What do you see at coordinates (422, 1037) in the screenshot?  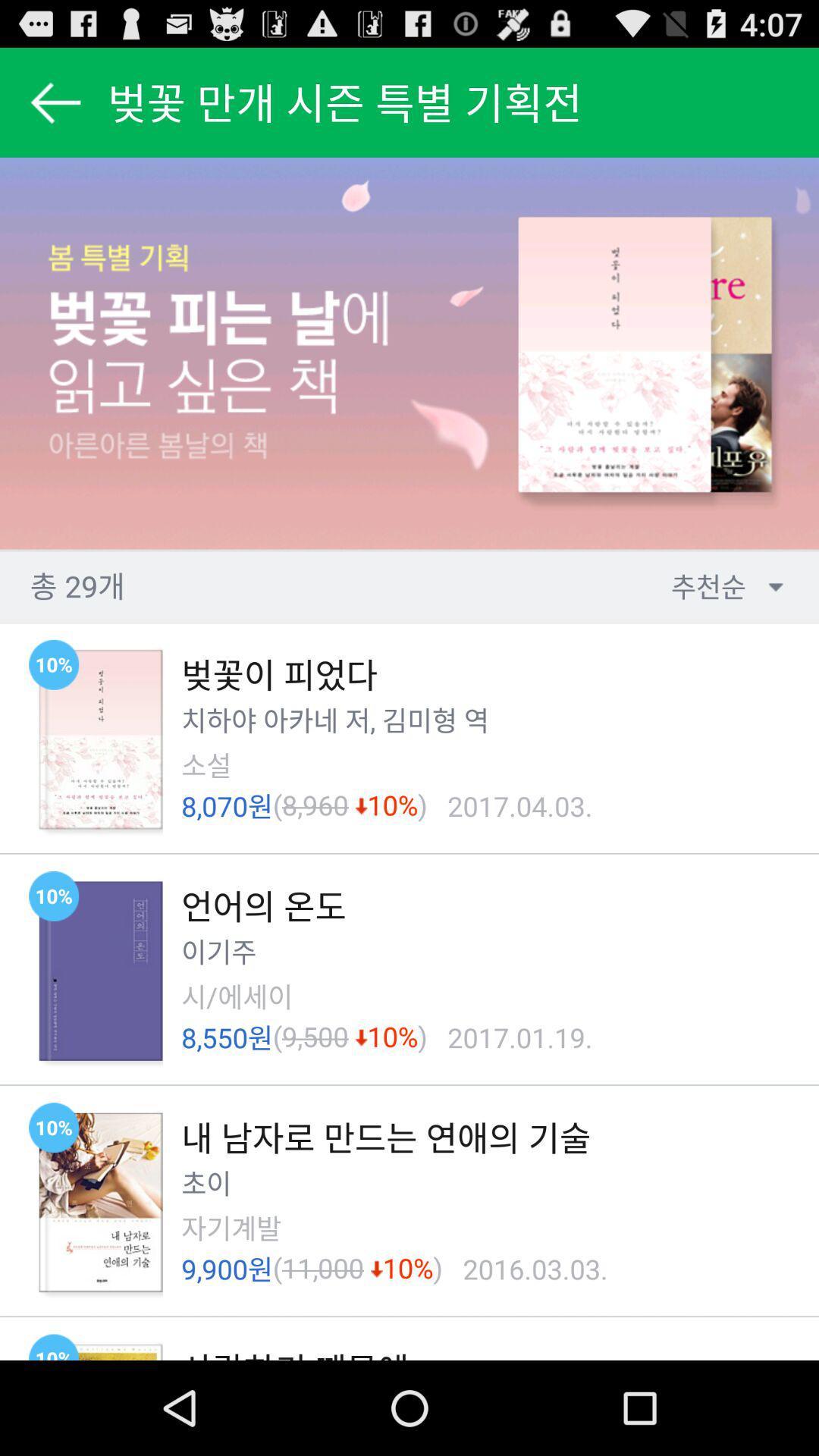 I see `app next to the 2017.01.19. icon` at bounding box center [422, 1037].